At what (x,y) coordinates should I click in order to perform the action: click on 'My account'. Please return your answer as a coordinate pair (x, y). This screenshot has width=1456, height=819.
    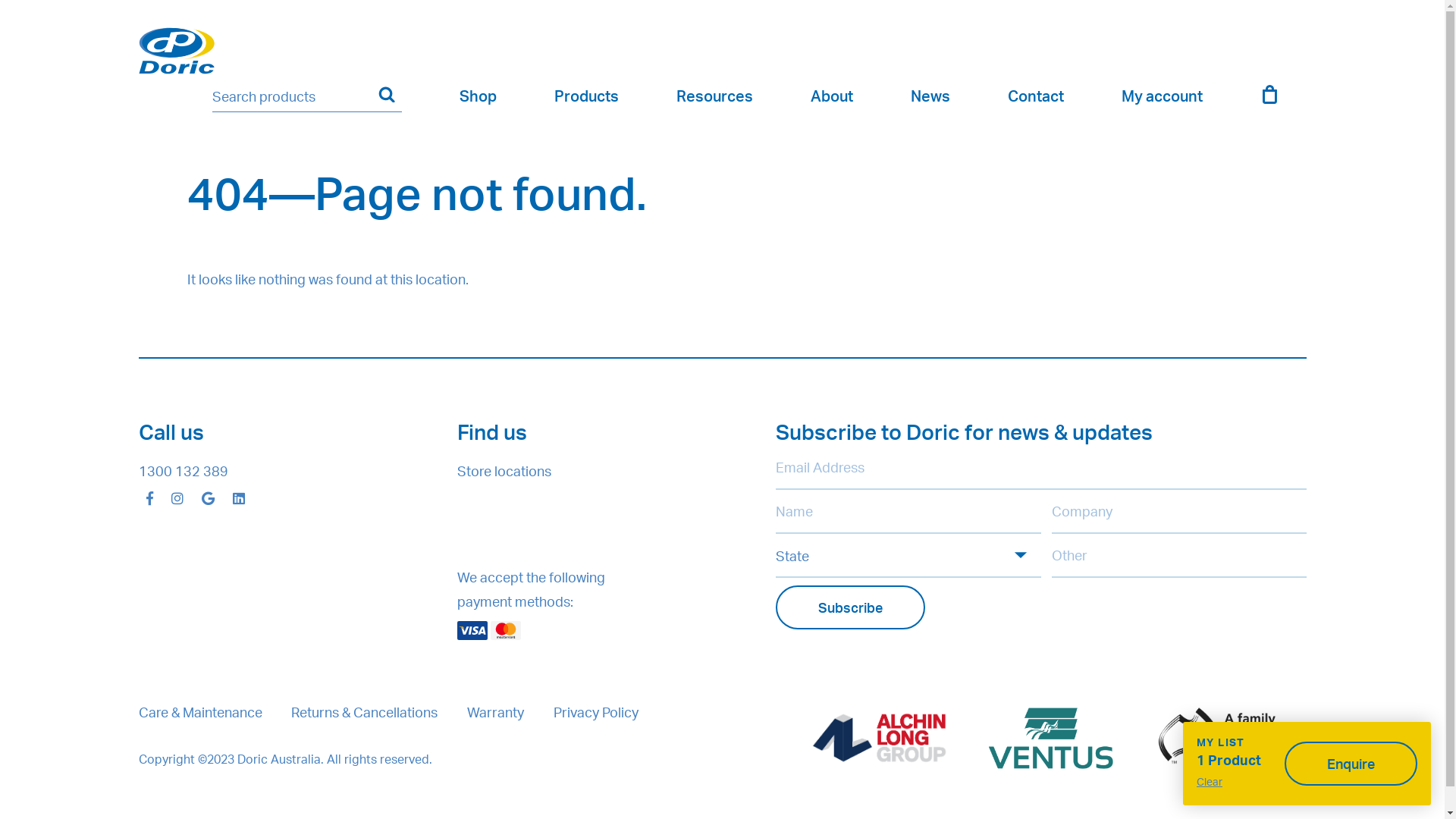
    Looking at the image, I should click on (1161, 96).